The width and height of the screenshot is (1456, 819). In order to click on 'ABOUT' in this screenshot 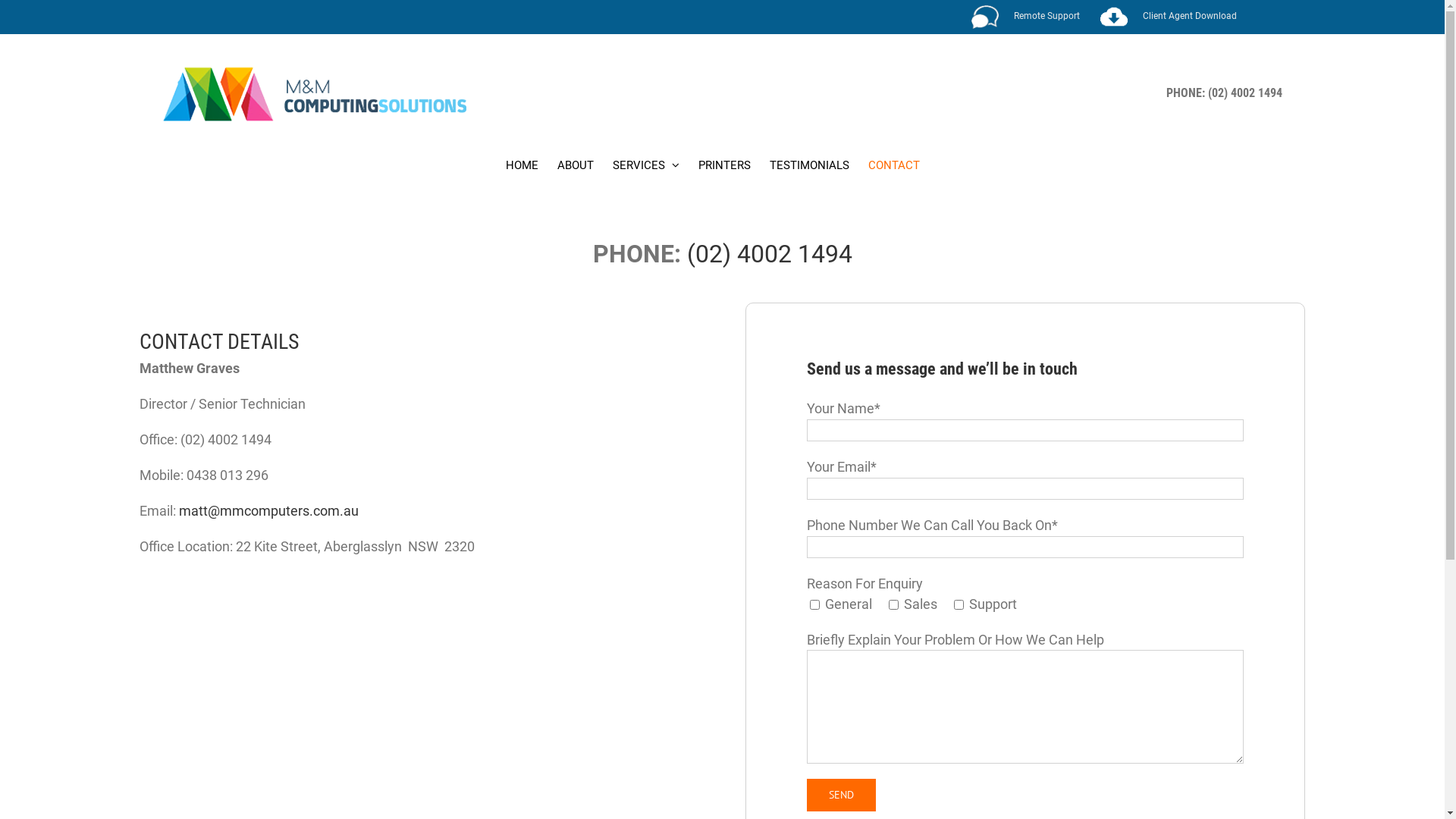, I will do `click(556, 165)`.